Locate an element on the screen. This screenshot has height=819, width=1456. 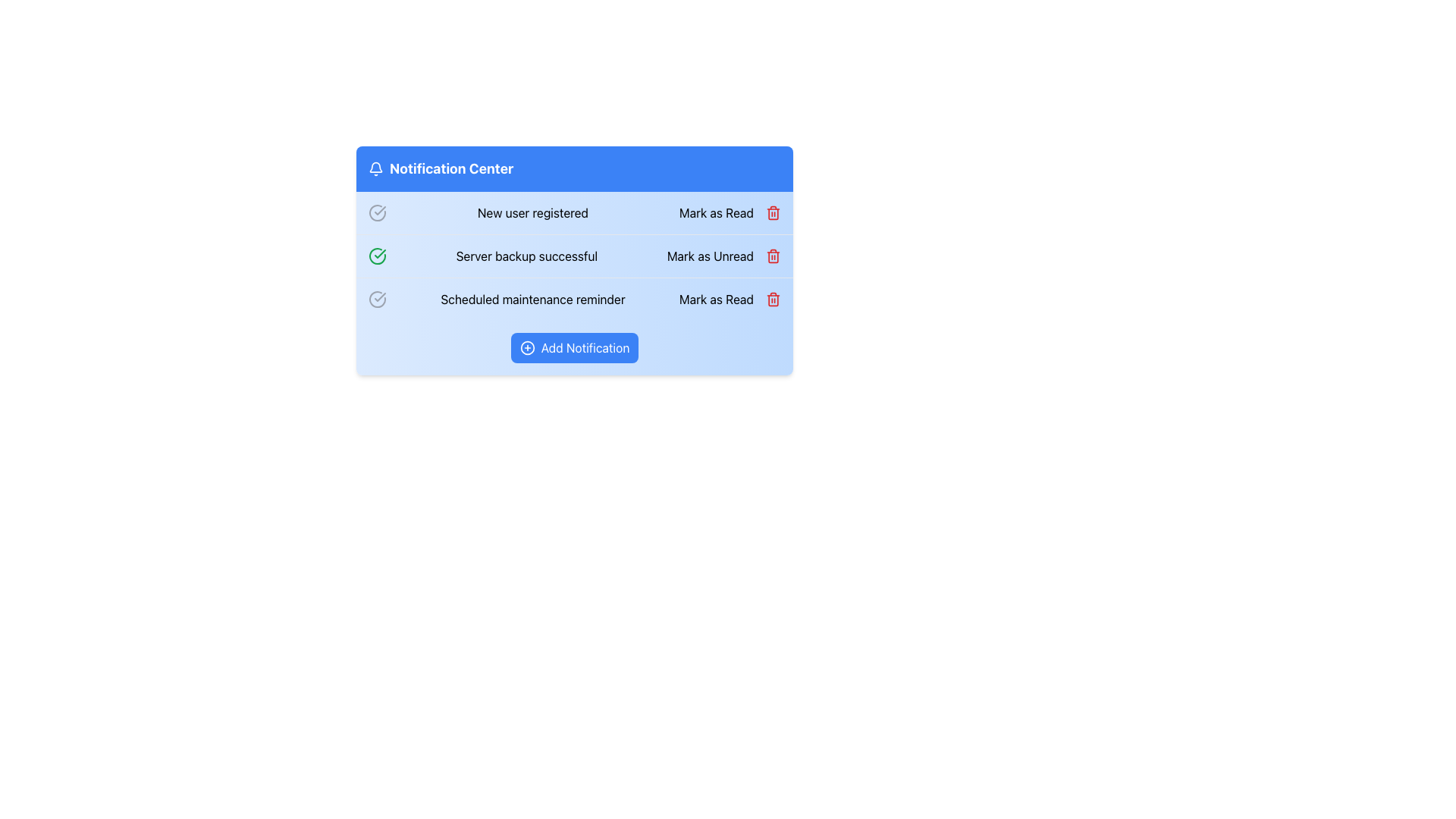
the delete button located to the far right of the notification row titled 'New user registered' is located at coordinates (773, 213).